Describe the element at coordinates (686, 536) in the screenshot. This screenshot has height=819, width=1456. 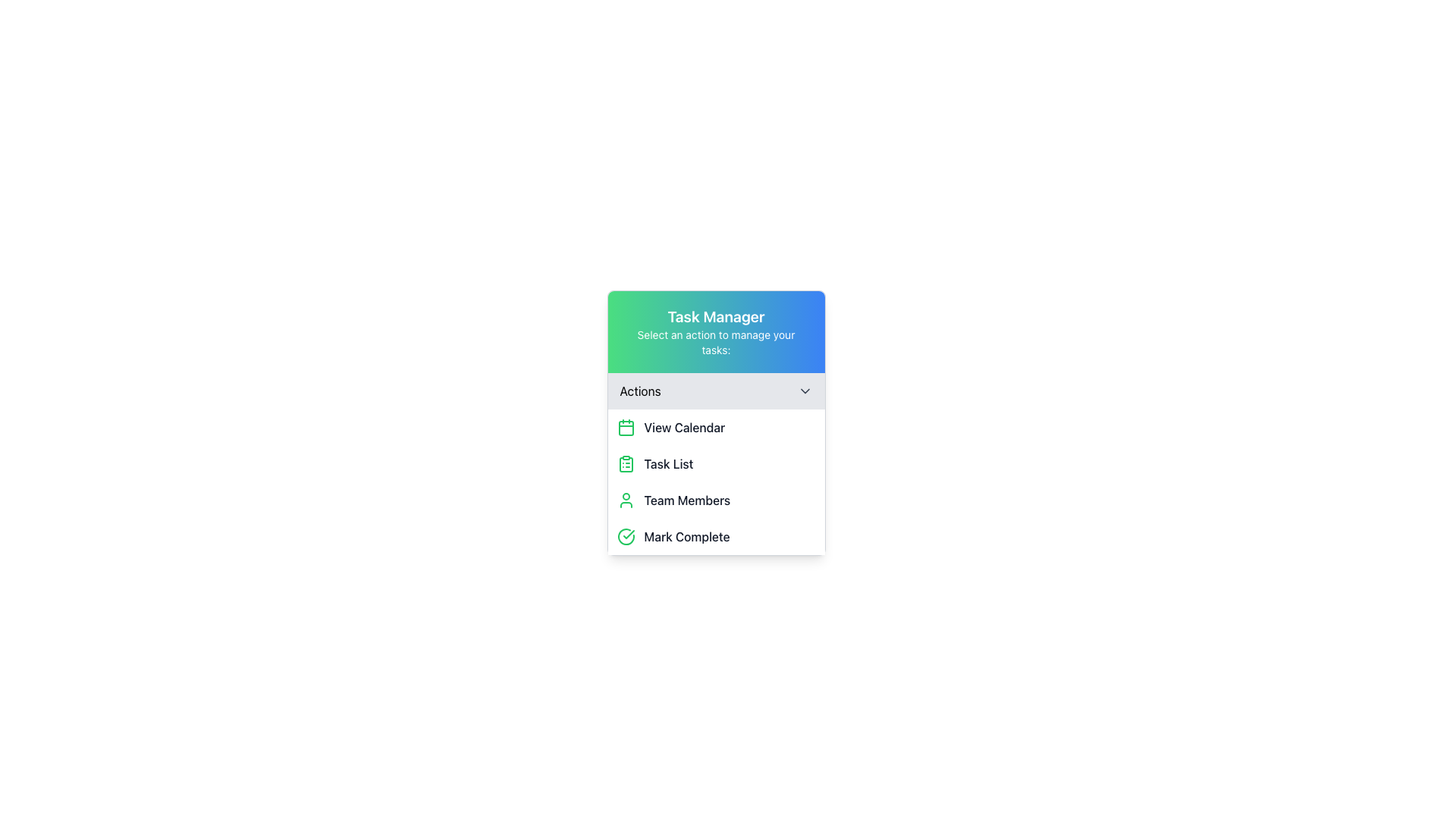
I see `the 'Mark Complete' label that is styled with medium font weight and gray text color, positioned at the bottom of the action menu next to a green checkmark icon` at that location.